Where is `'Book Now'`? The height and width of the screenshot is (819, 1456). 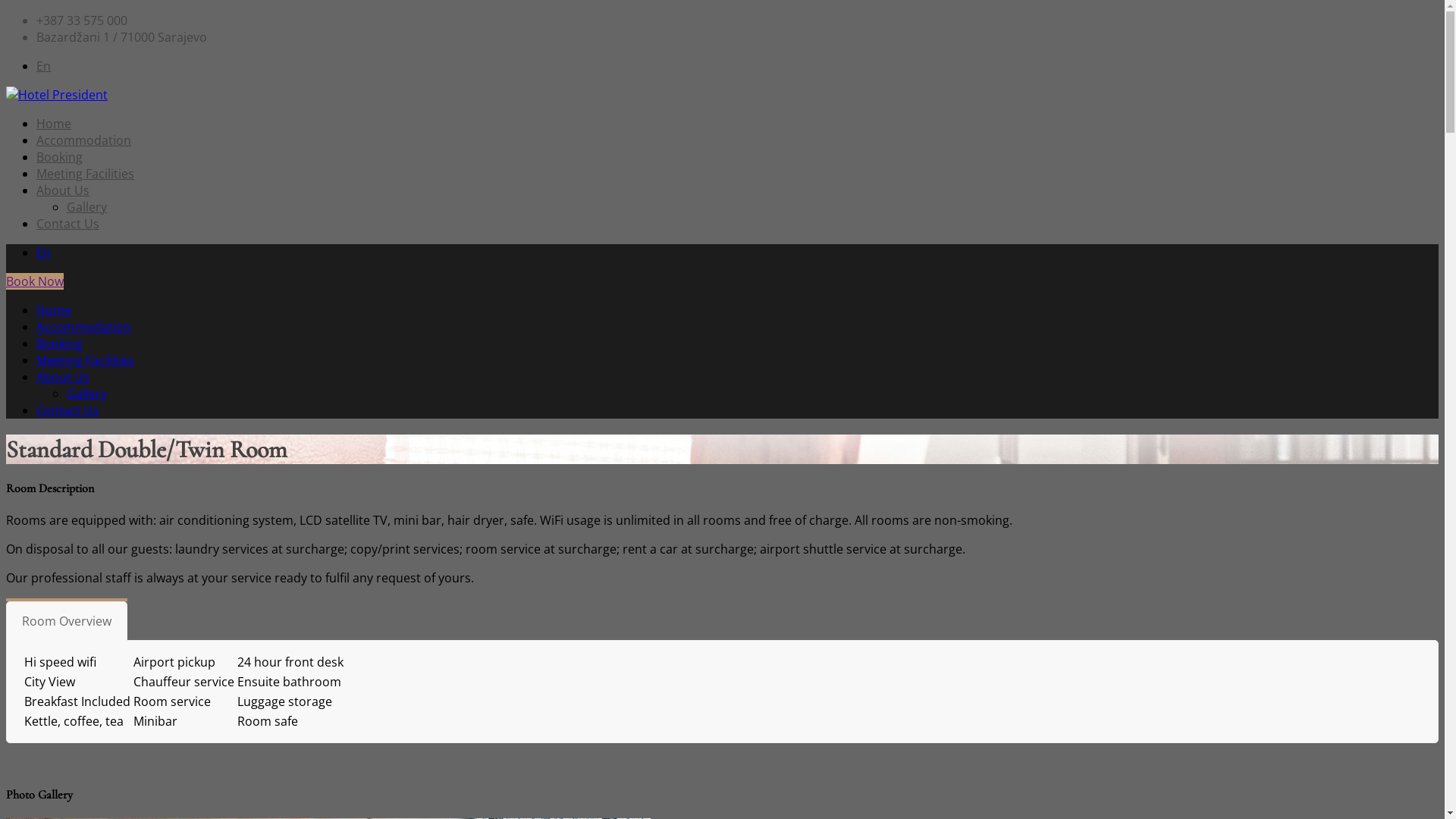
'Book Now' is located at coordinates (6, 281).